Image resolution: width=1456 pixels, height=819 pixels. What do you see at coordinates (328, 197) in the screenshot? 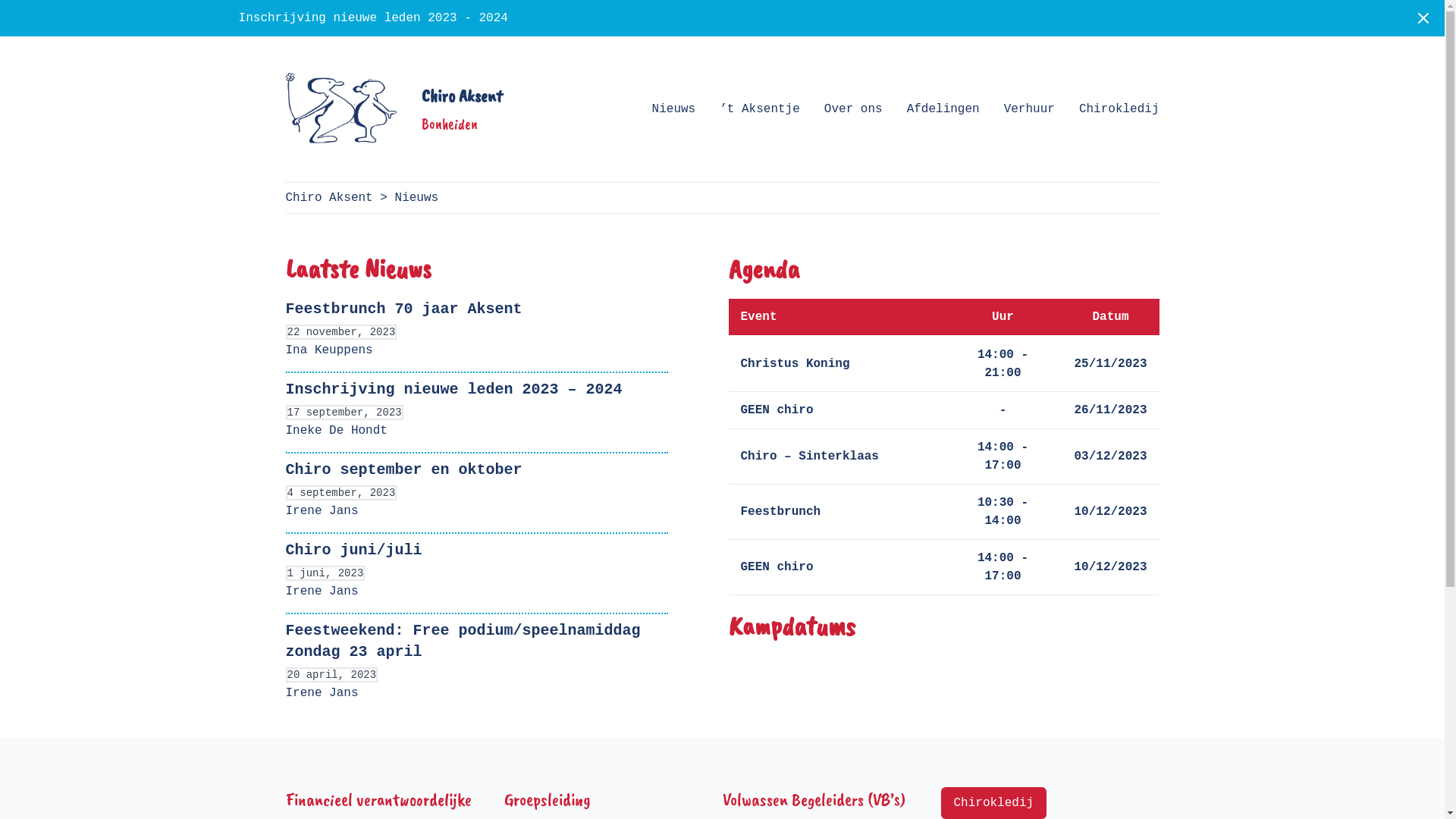
I see `'Chiro Aksent'` at bounding box center [328, 197].